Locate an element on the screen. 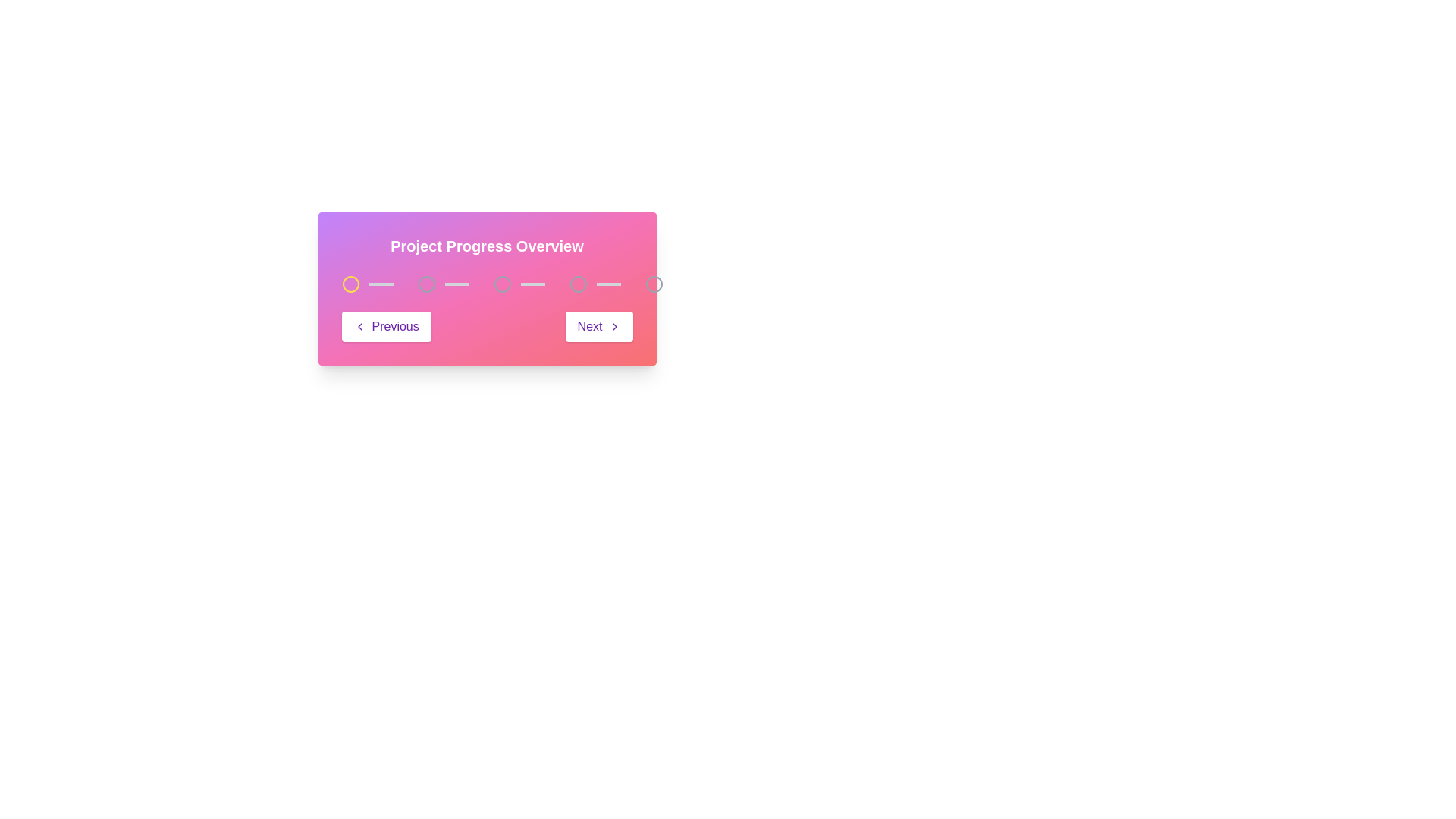  the state of the third circular graphic indicator in the step-by-step progression interface, which is part of a horizontal sequence of five shapes is located at coordinates (502, 284).